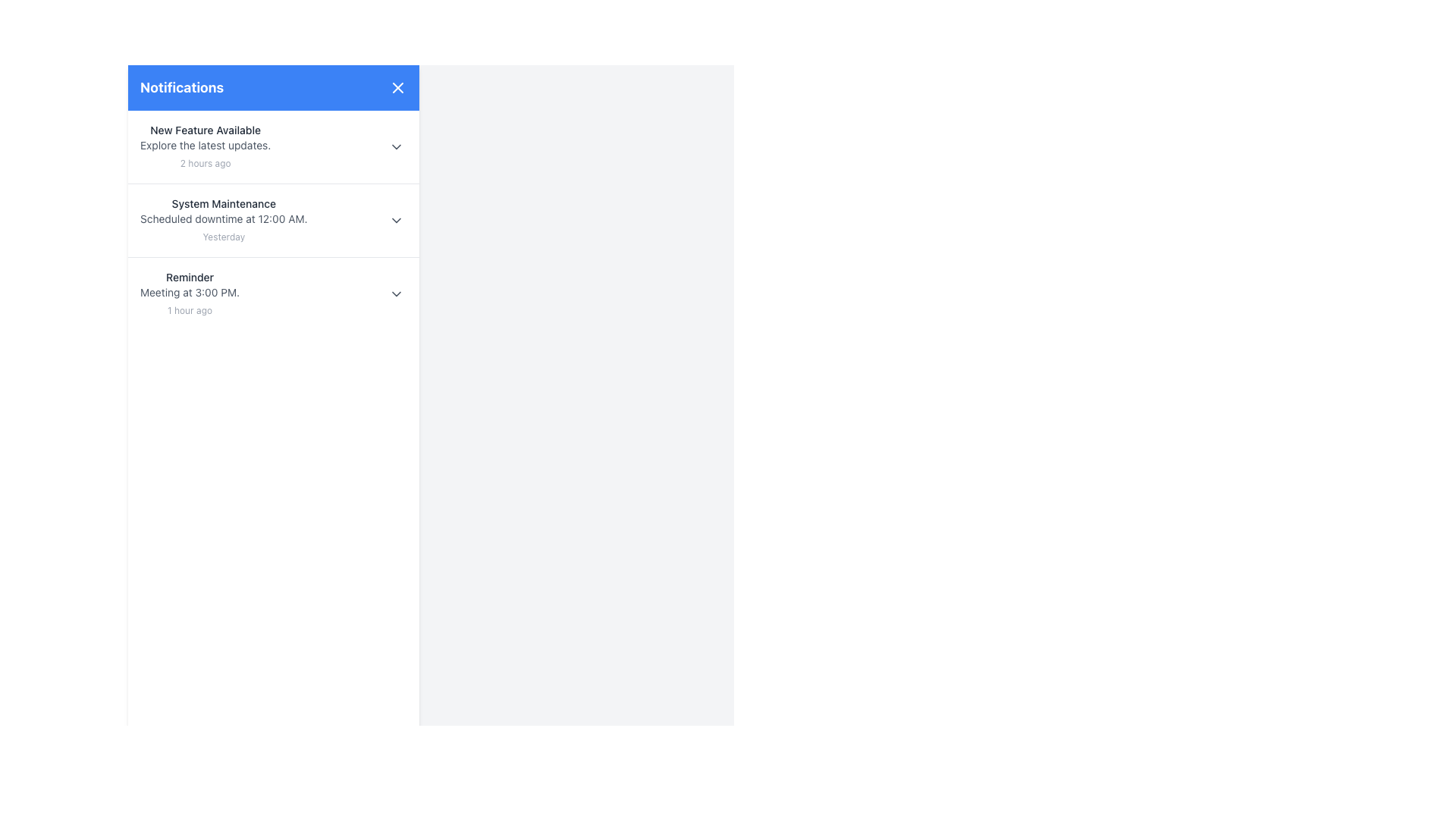 This screenshot has height=819, width=1456. I want to click on the Text Label that informs the user about the age of the notification related to the 'Reminder' titled 'Meeting at 3:00 PM.', so click(189, 309).